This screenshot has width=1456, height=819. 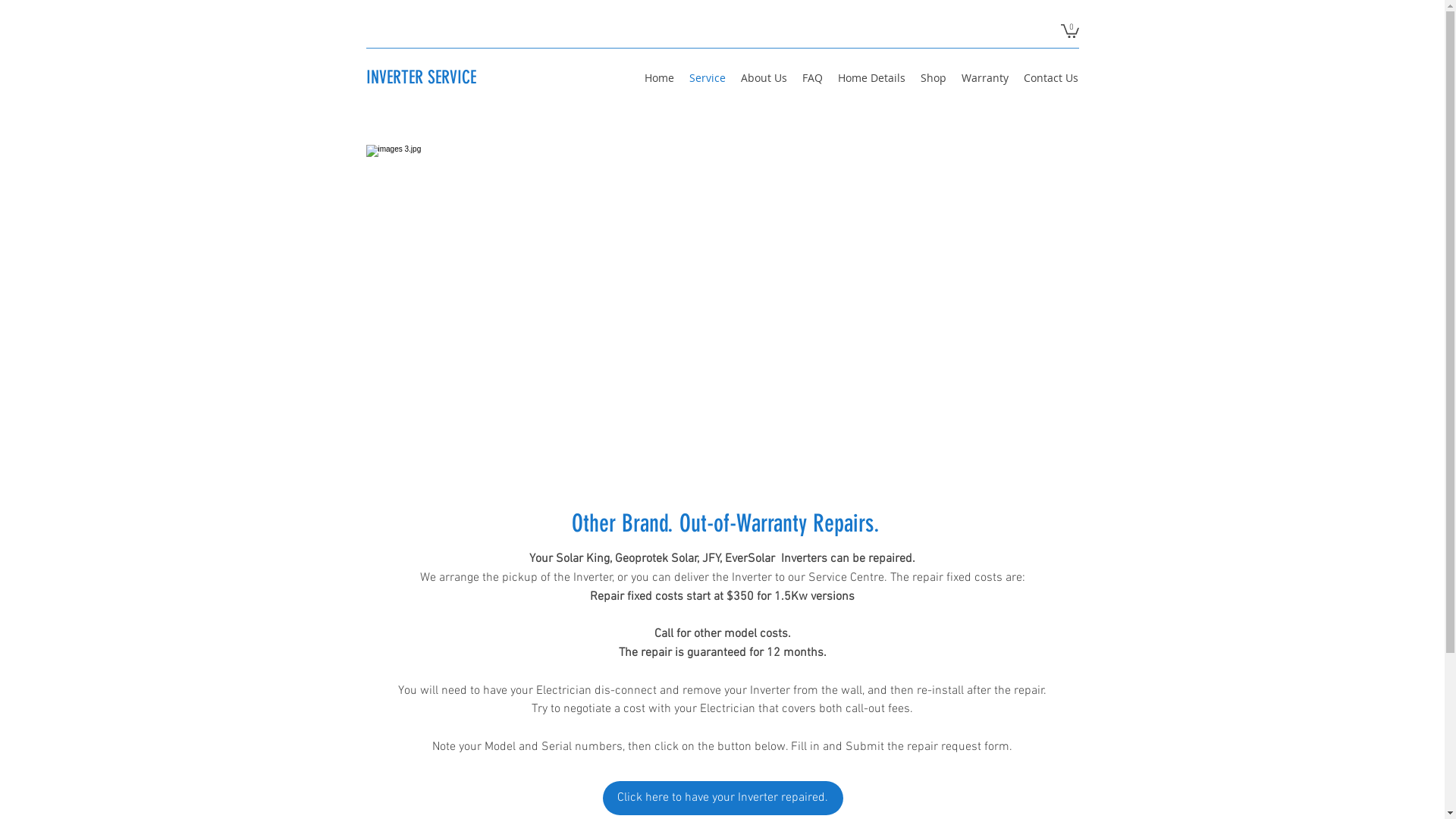 I want to click on 'Home Details', so click(x=871, y=78).